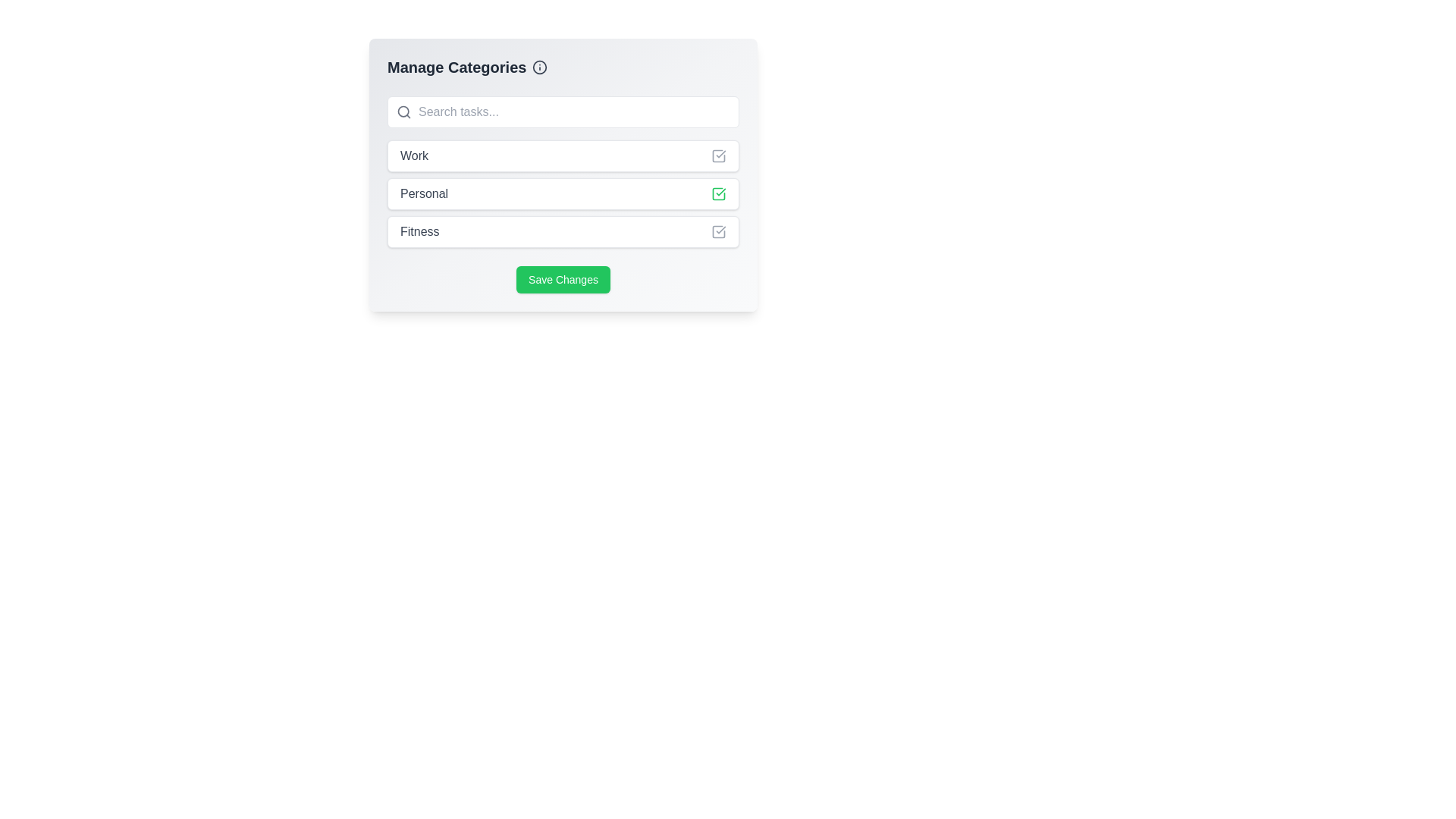  I want to click on the selectable item labeled 'Personal', so click(563, 193).